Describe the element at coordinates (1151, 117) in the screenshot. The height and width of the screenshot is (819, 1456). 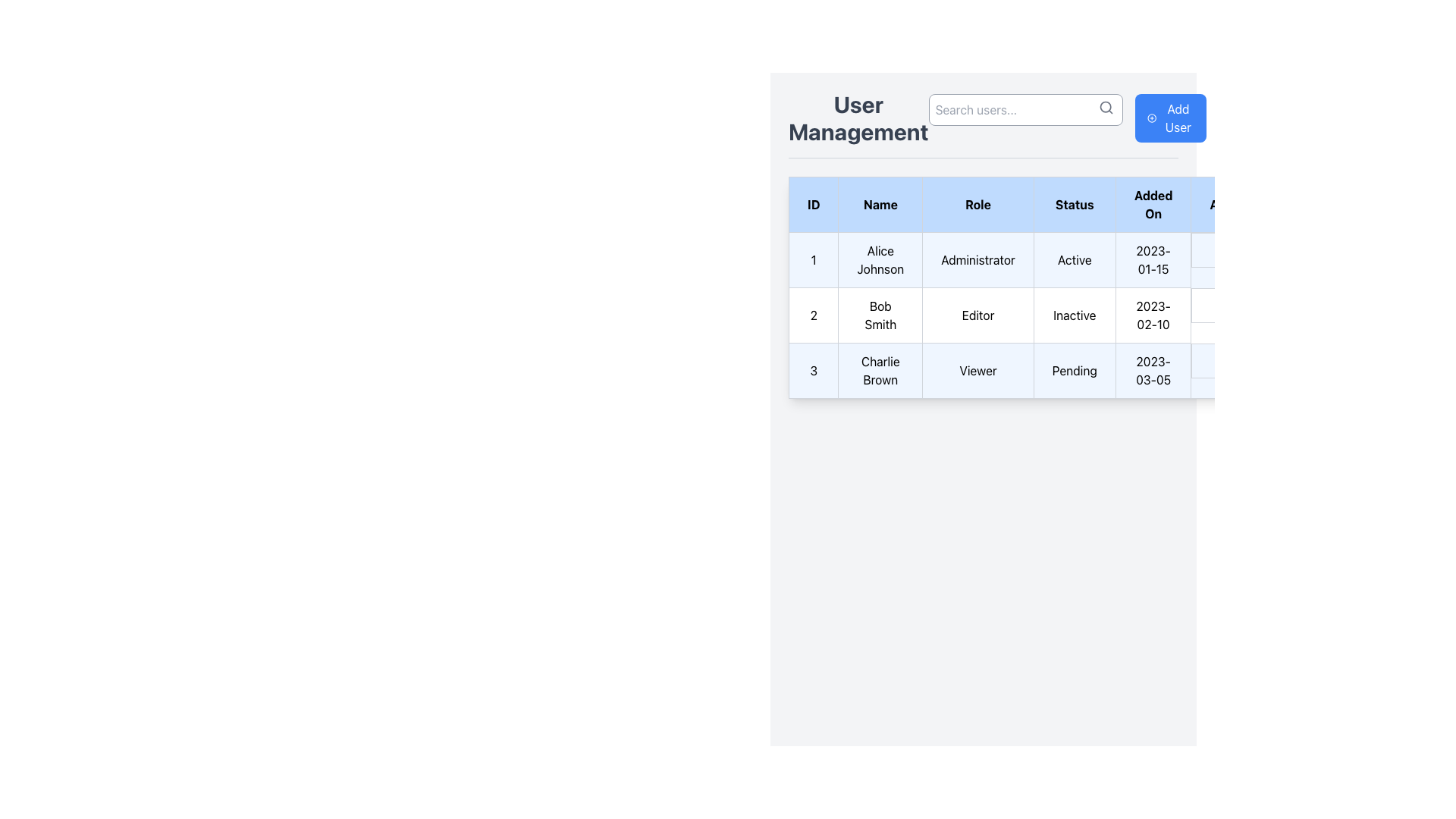
I see `the circular '+' icon located within the 'Add User' button at the top-right corner of the interface` at that location.